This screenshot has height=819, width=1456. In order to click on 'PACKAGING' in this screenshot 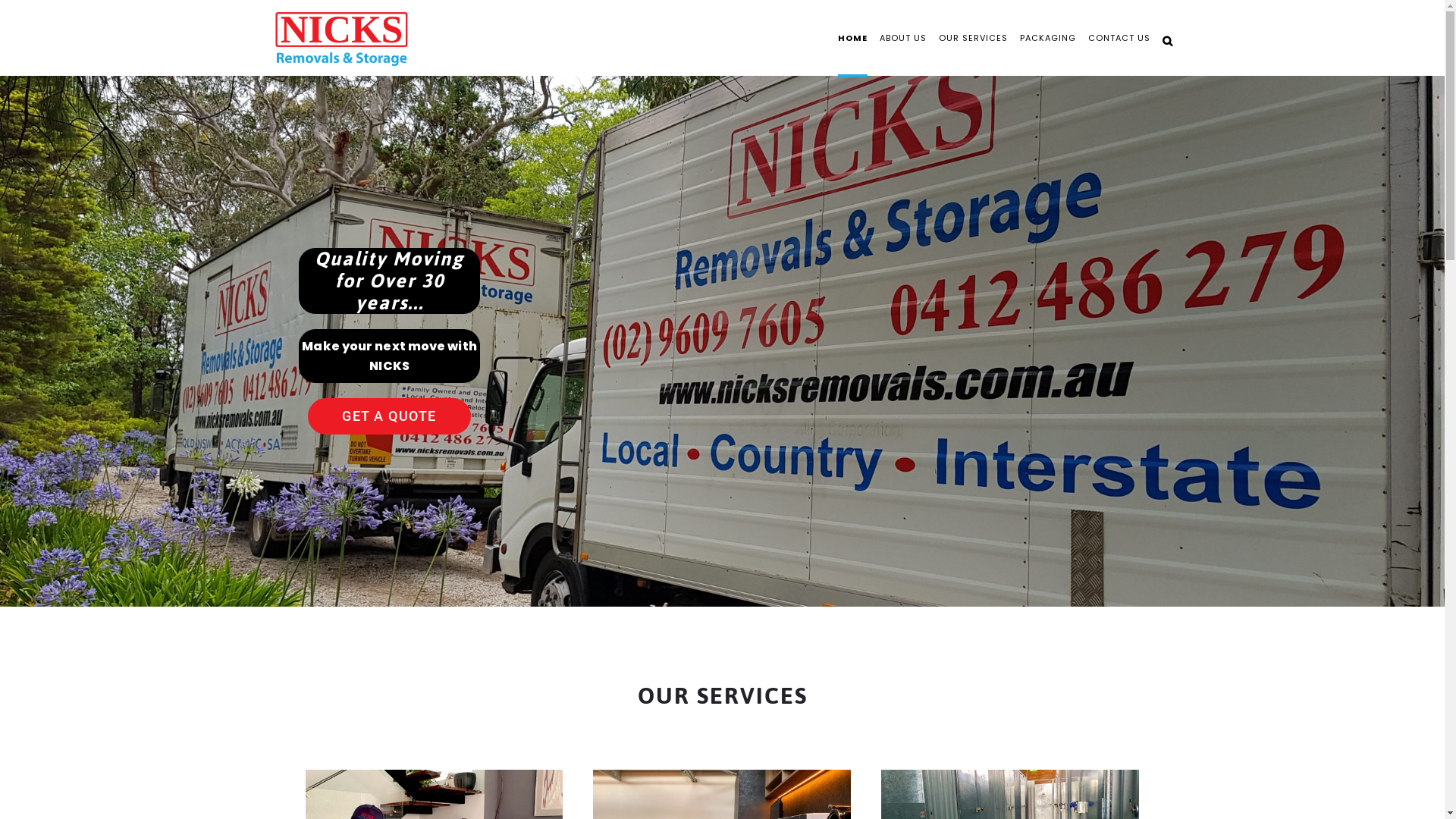, I will do `click(1046, 37)`.